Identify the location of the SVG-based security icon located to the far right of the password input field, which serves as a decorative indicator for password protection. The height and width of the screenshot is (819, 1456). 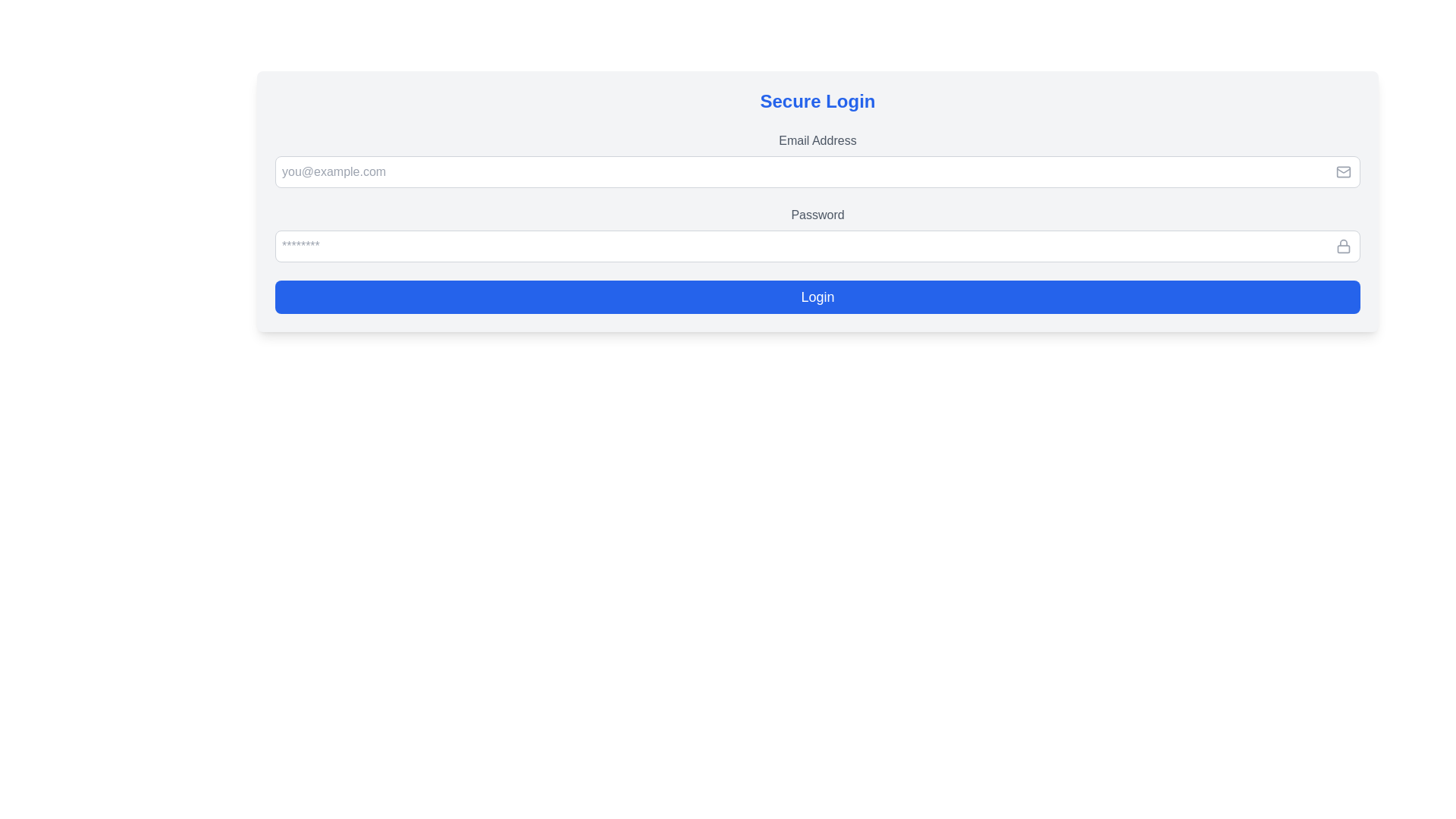
(1343, 245).